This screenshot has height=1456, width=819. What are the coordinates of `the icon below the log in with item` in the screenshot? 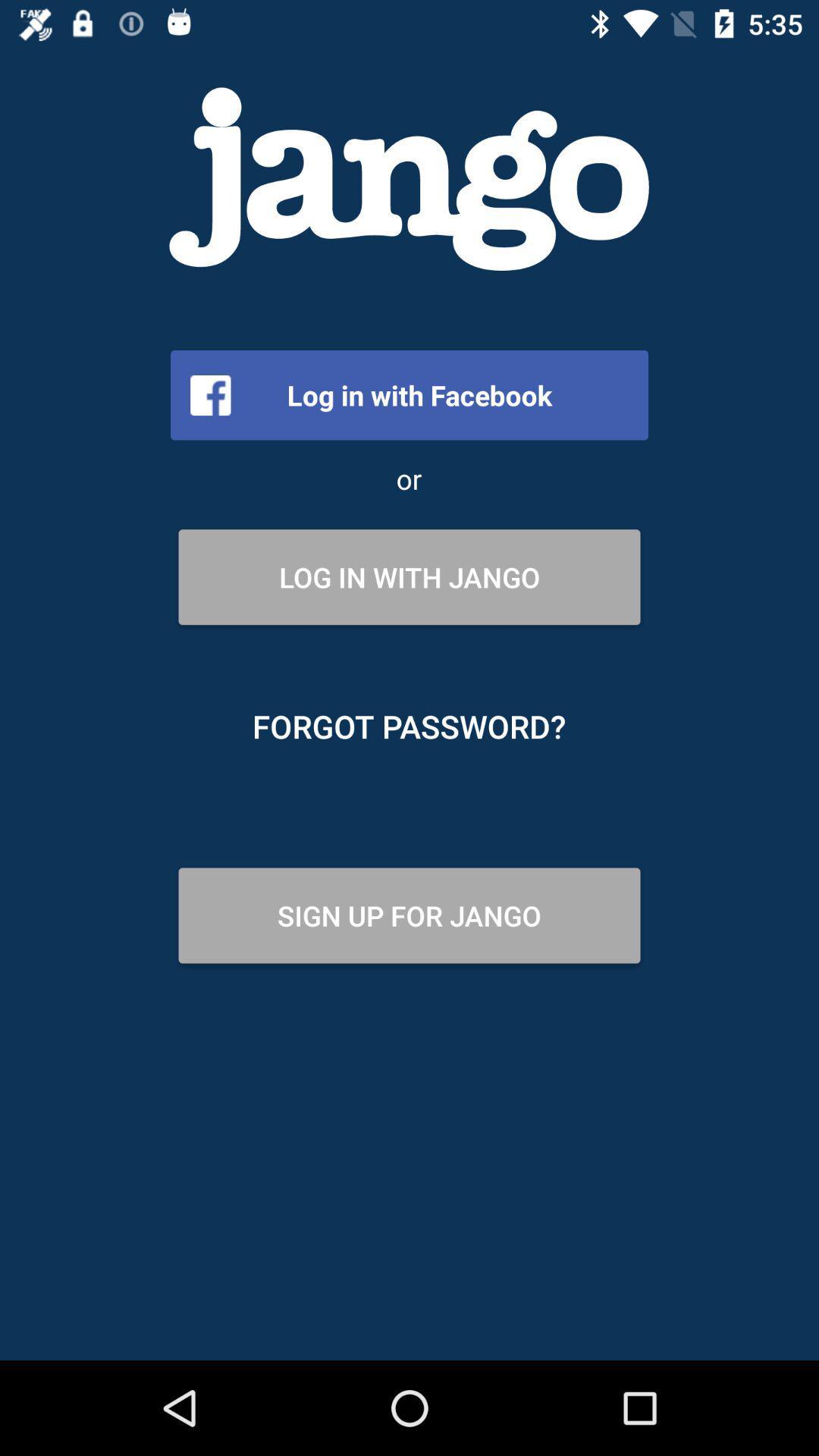 It's located at (408, 726).